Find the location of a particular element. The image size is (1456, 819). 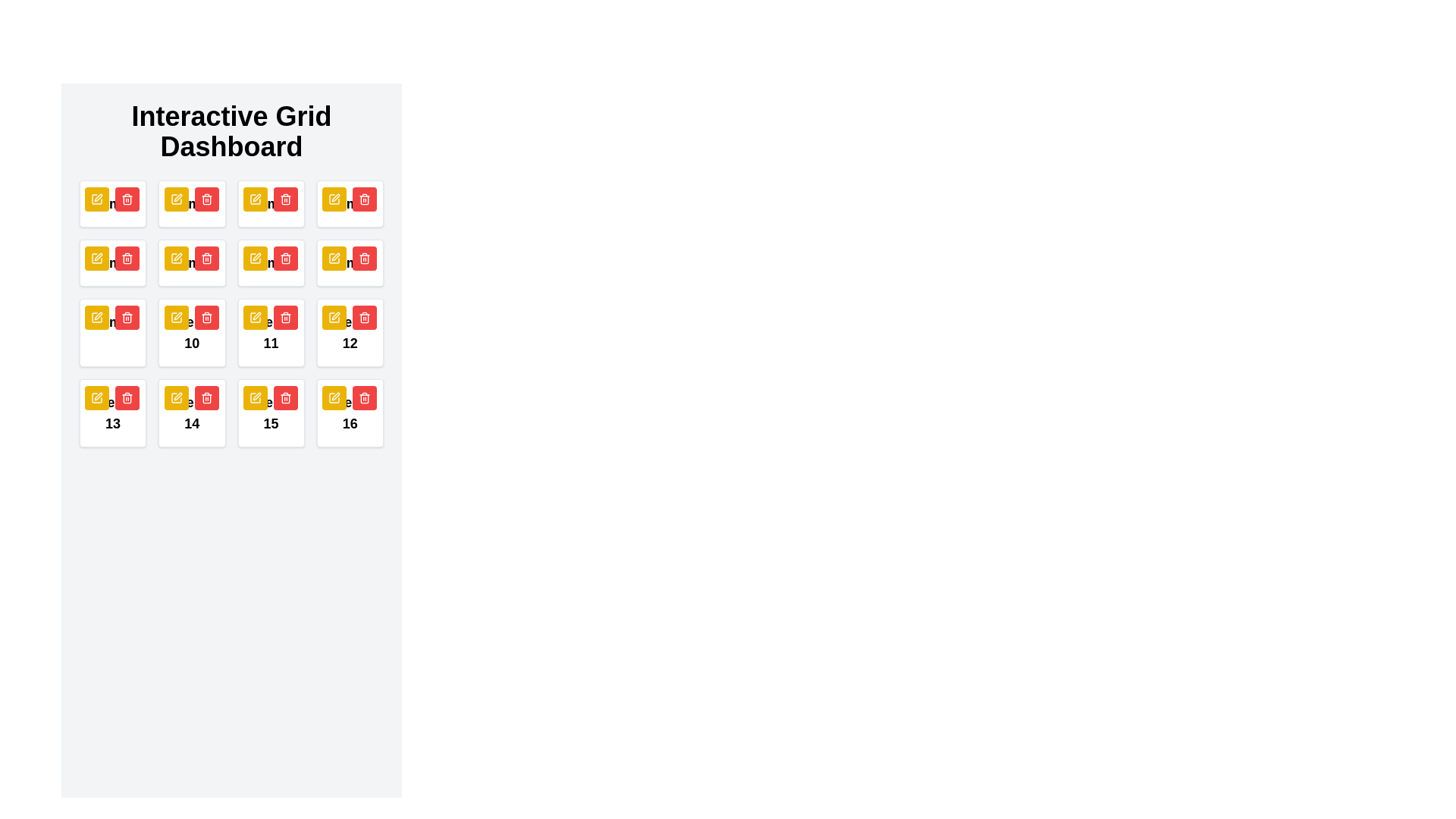

the delete button located to the right of the yellow edit button is located at coordinates (206, 198).